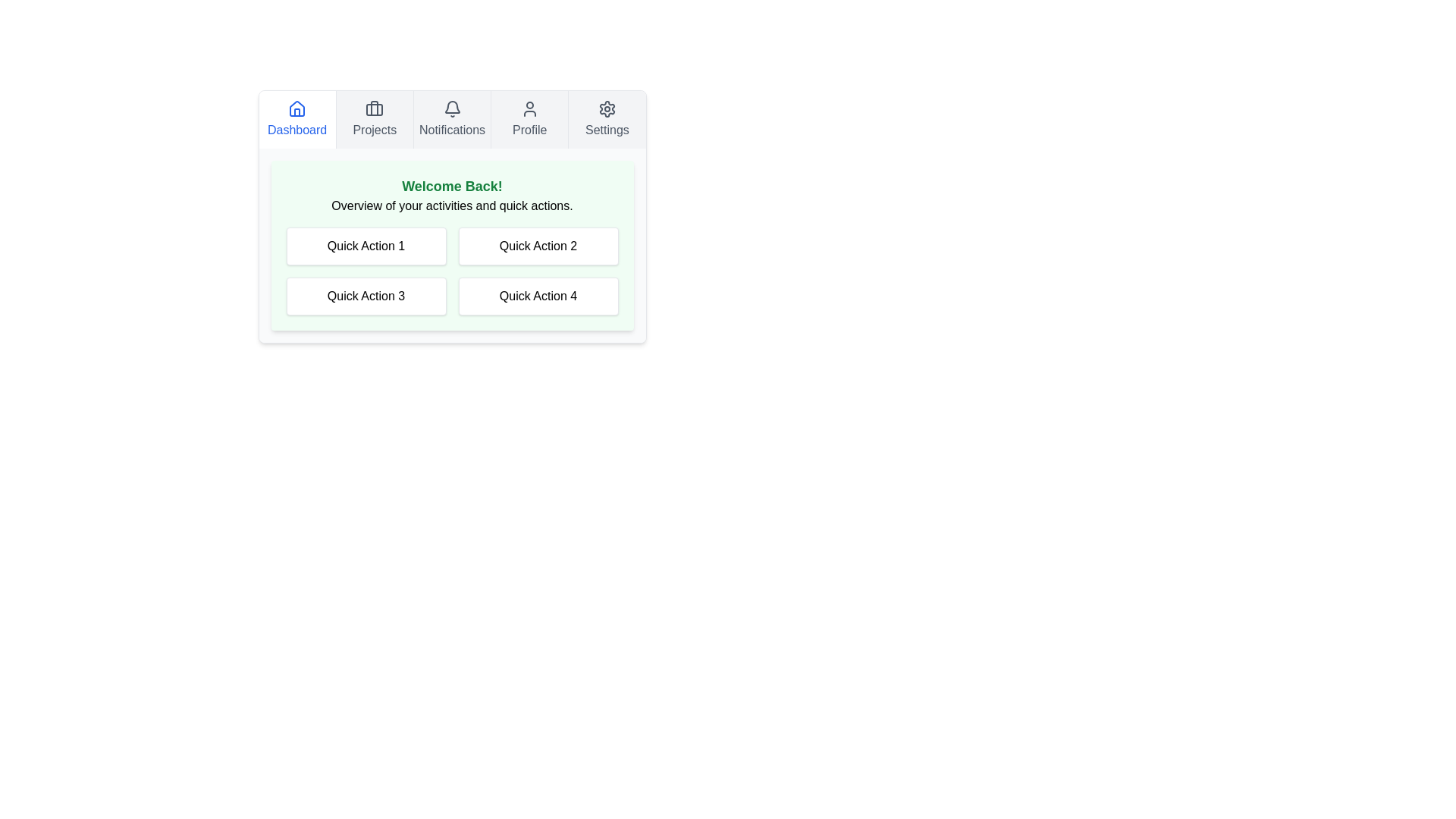 This screenshot has height=819, width=1456. What do you see at coordinates (375, 119) in the screenshot?
I see `the 'Projects' text label with the briefcase icon located in the navigation bar, positioned second from the left` at bounding box center [375, 119].